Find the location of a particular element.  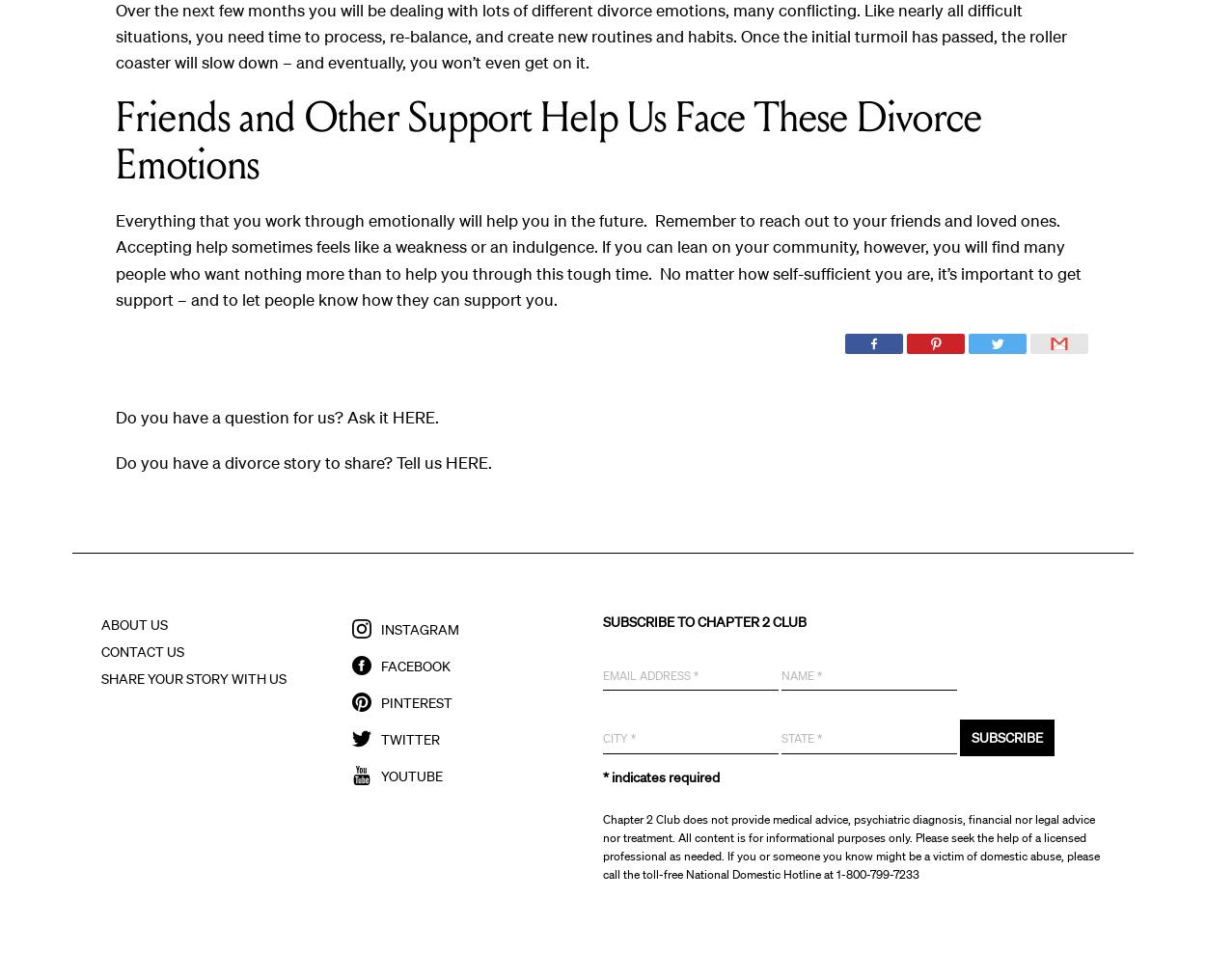

'Everything that you work through emotionally will help you in the future.  Remember to reach out to your friends and loved ones. Accepting help sometimes feels like a weakness or an indulgence. If you can lean on your community, however, you will find many people who want nothing more than to help you through this tough time.  No matter how self-sufficient you are, it’s important to get support – and to let people know how they can support you.' is located at coordinates (597, 259).